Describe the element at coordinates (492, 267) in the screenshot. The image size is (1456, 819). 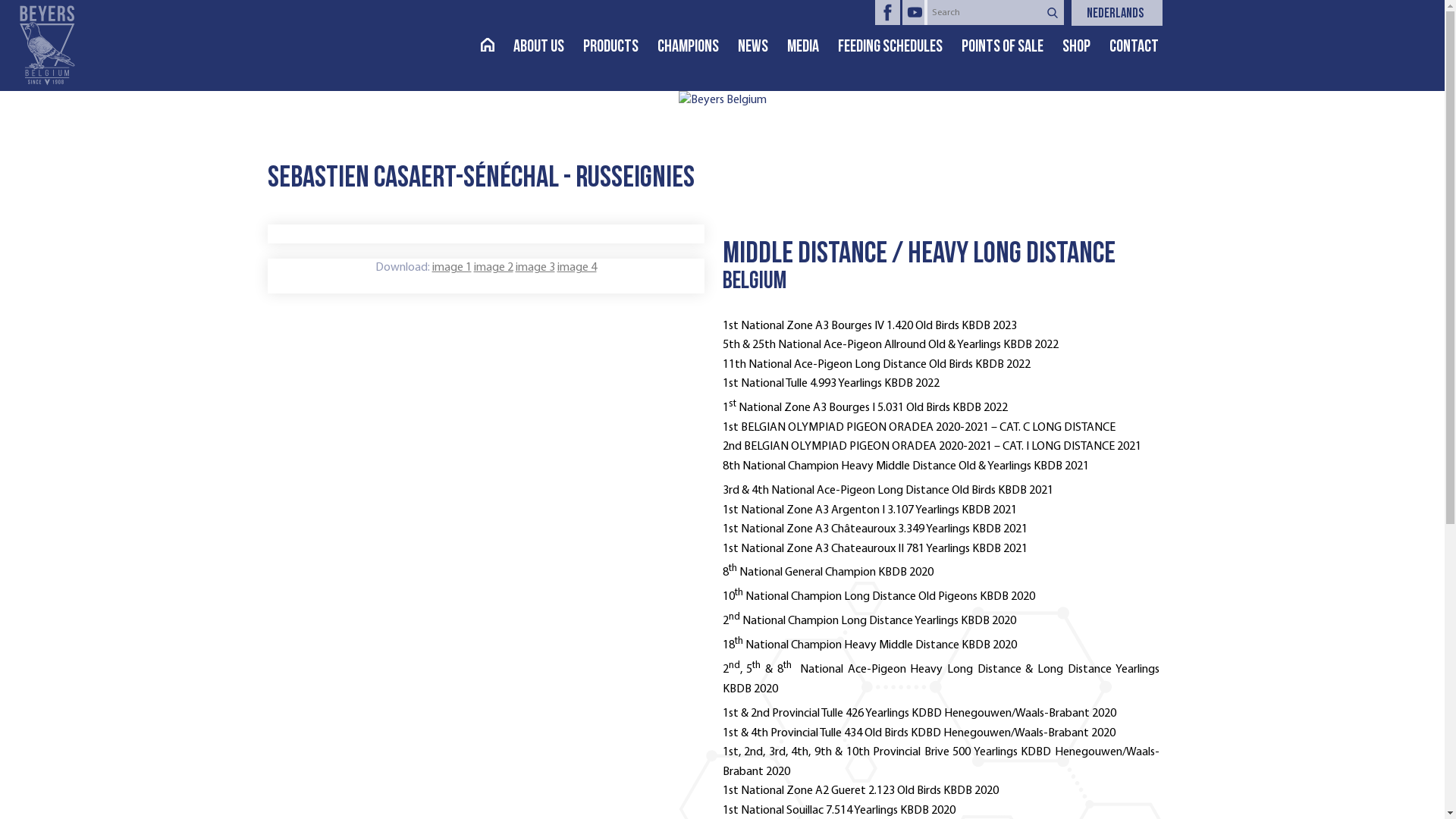
I see `'image 2'` at that location.